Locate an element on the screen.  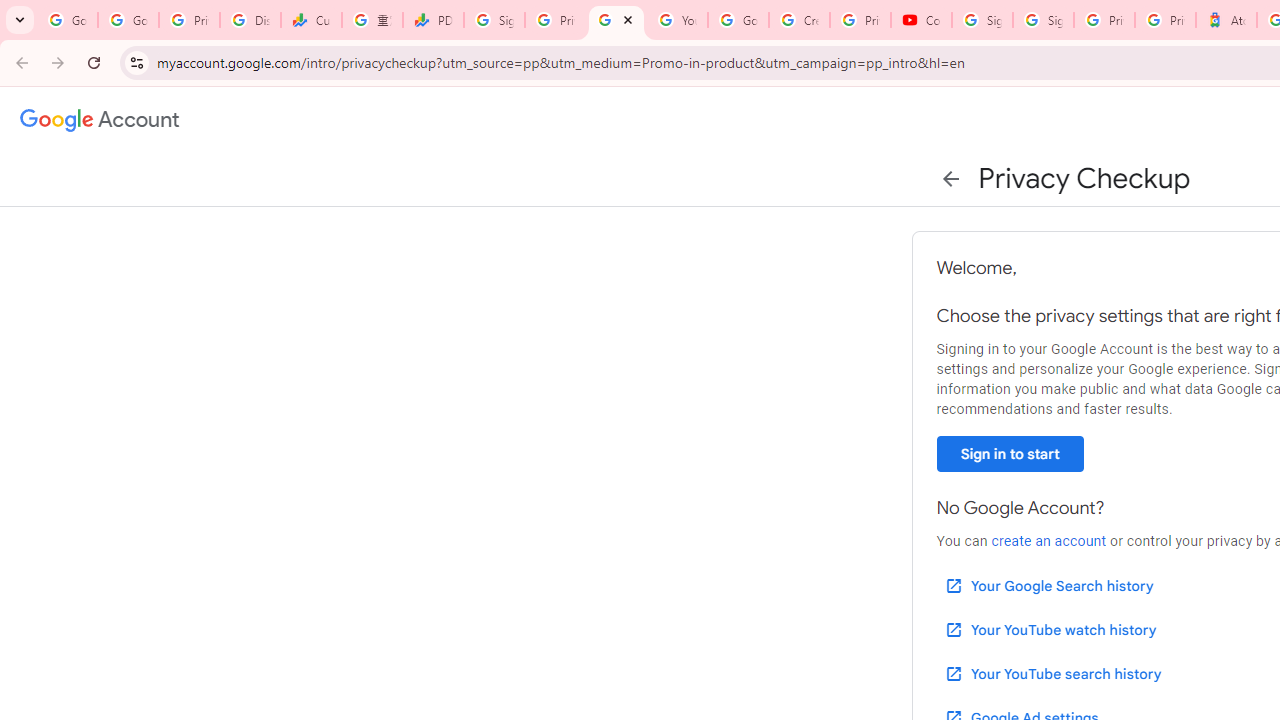
'Sign in - Google Accounts' is located at coordinates (982, 20).